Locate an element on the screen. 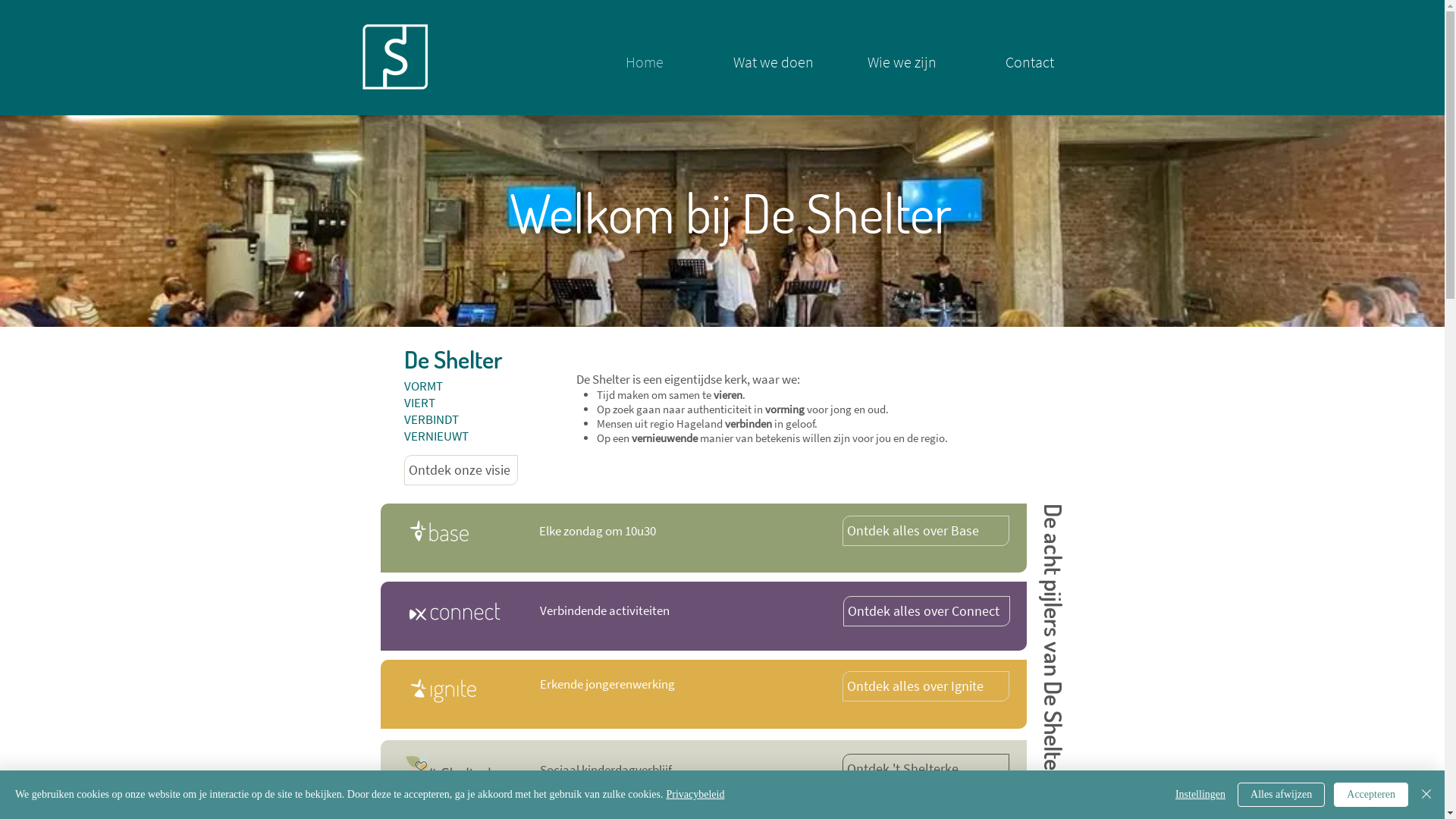 This screenshot has width=1456, height=819. 'Ontdek alles over Base' is located at coordinates (924, 529).